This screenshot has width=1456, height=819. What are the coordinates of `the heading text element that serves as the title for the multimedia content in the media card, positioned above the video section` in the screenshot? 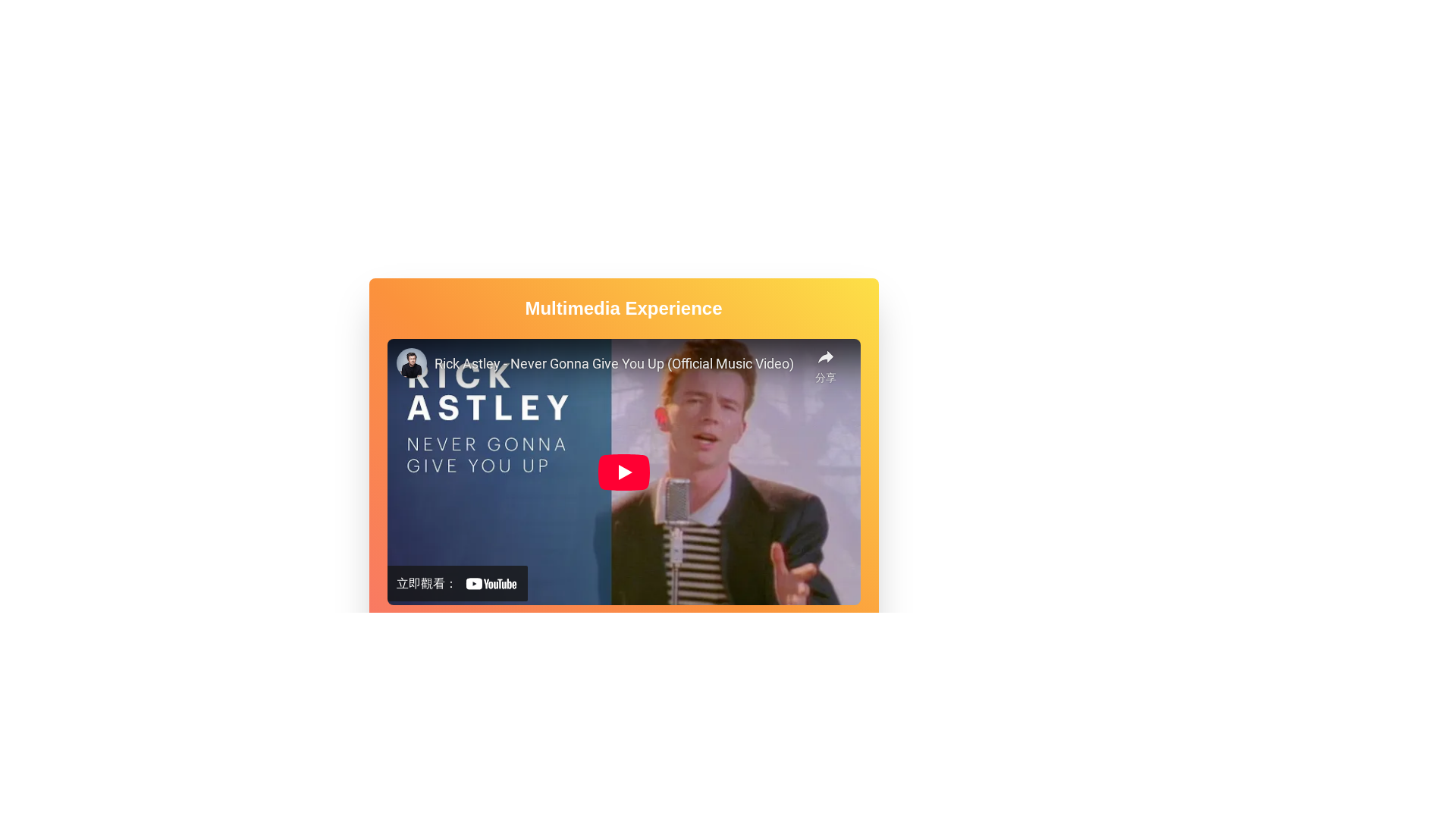 It's located at (623, 308).